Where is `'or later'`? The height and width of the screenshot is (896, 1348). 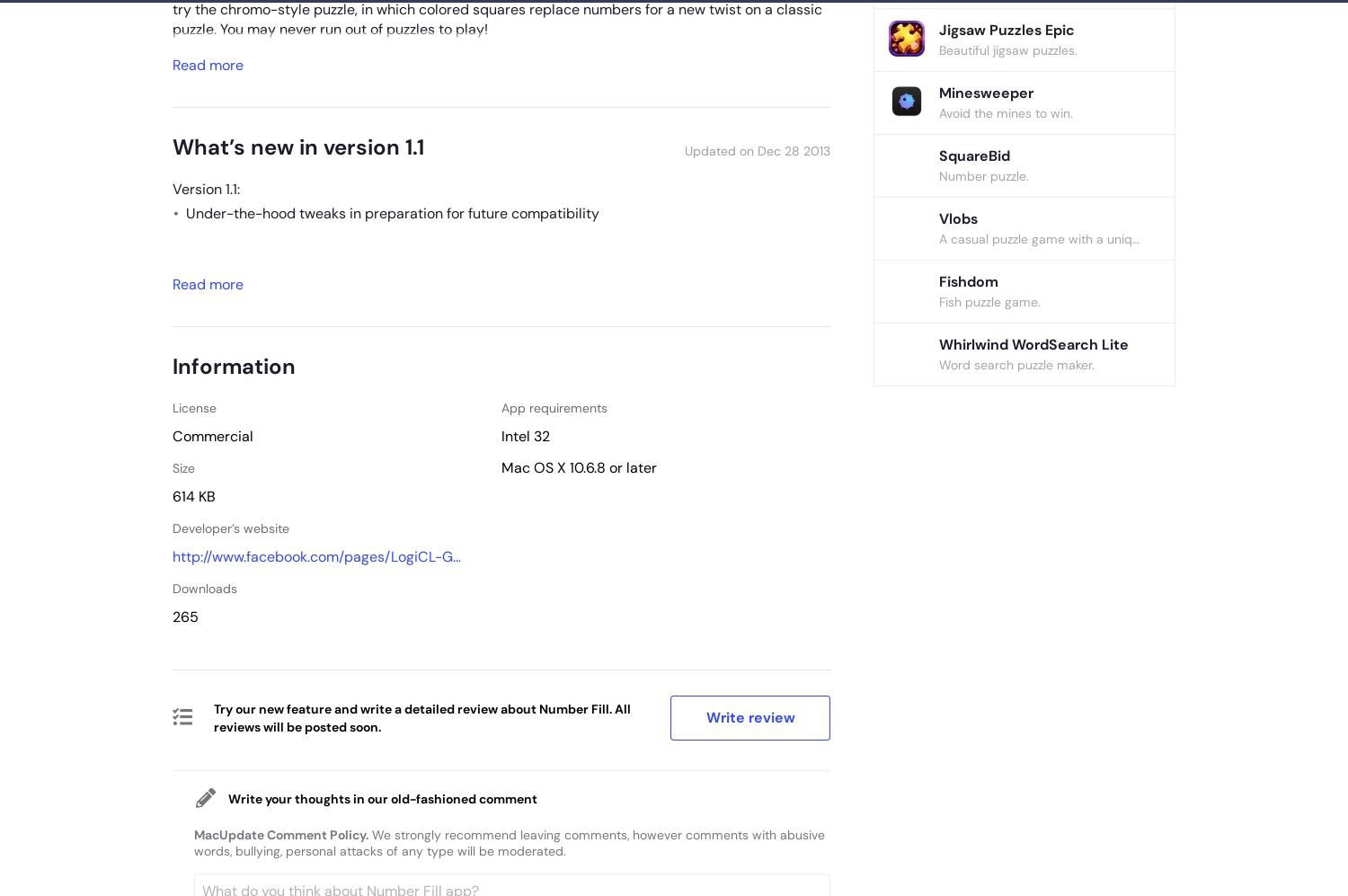 'or later' is located at coordinates (605, 466).